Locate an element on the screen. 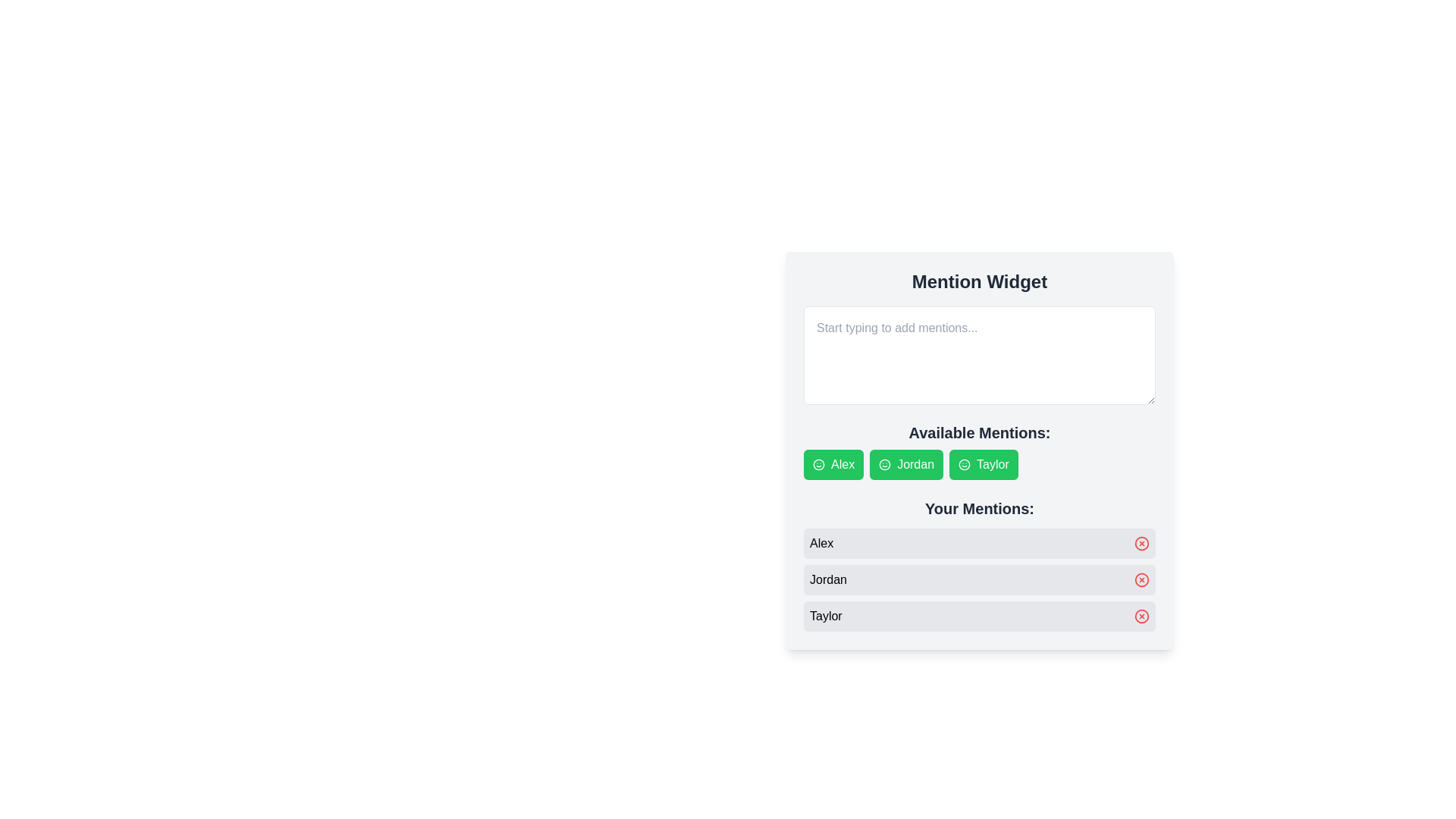 This screenshot has width=1456, height=819. the user's name label located in the third item of the 'Your Mentions' section, which is positioned below the labels 'Alex' and 'Jordan' is located at coordinates (825, 617).